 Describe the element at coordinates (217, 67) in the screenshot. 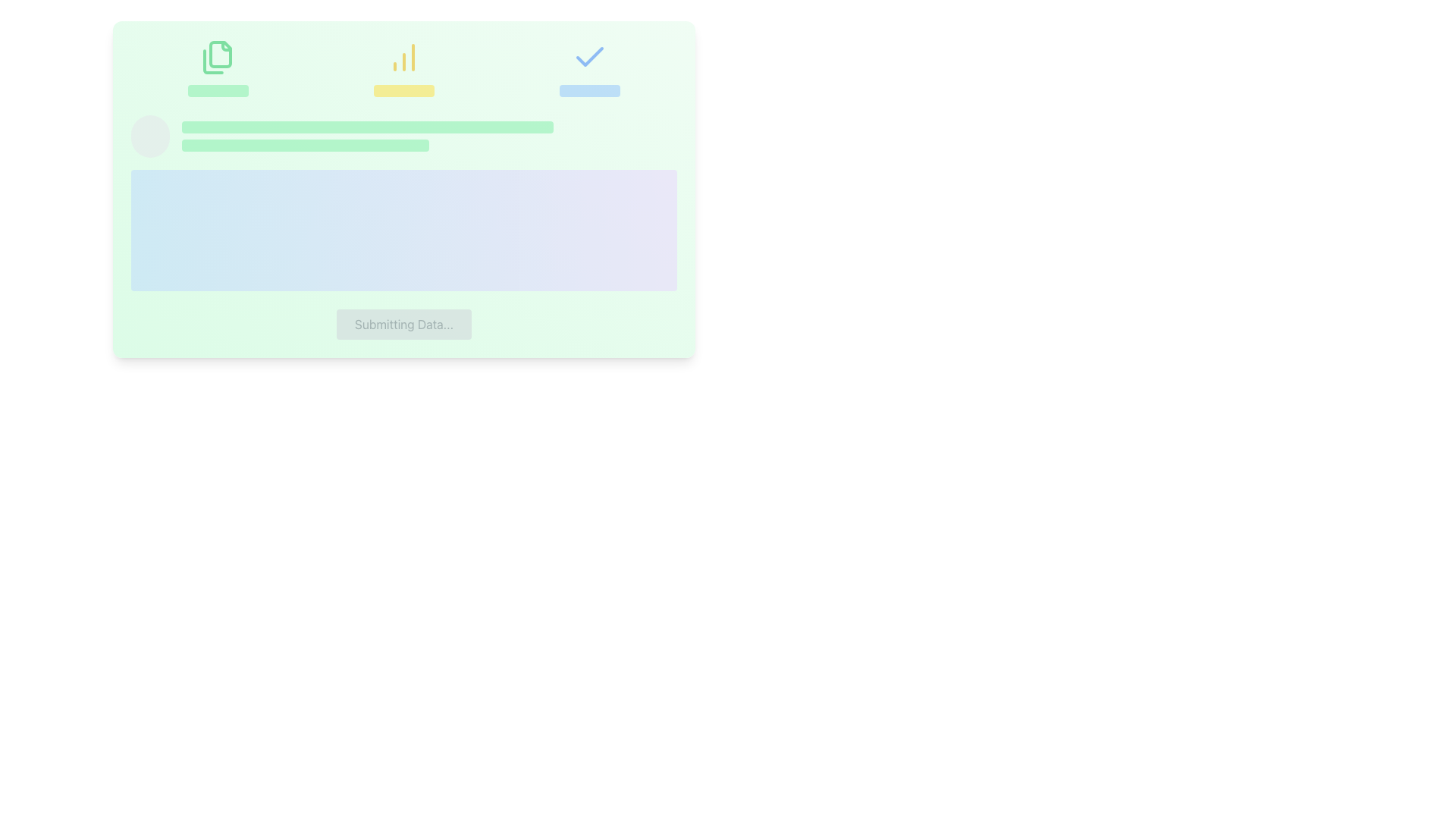

I see `the file-related actions icon in the left-most column of the grid layout to trigger the tooltip or animation` at that location.